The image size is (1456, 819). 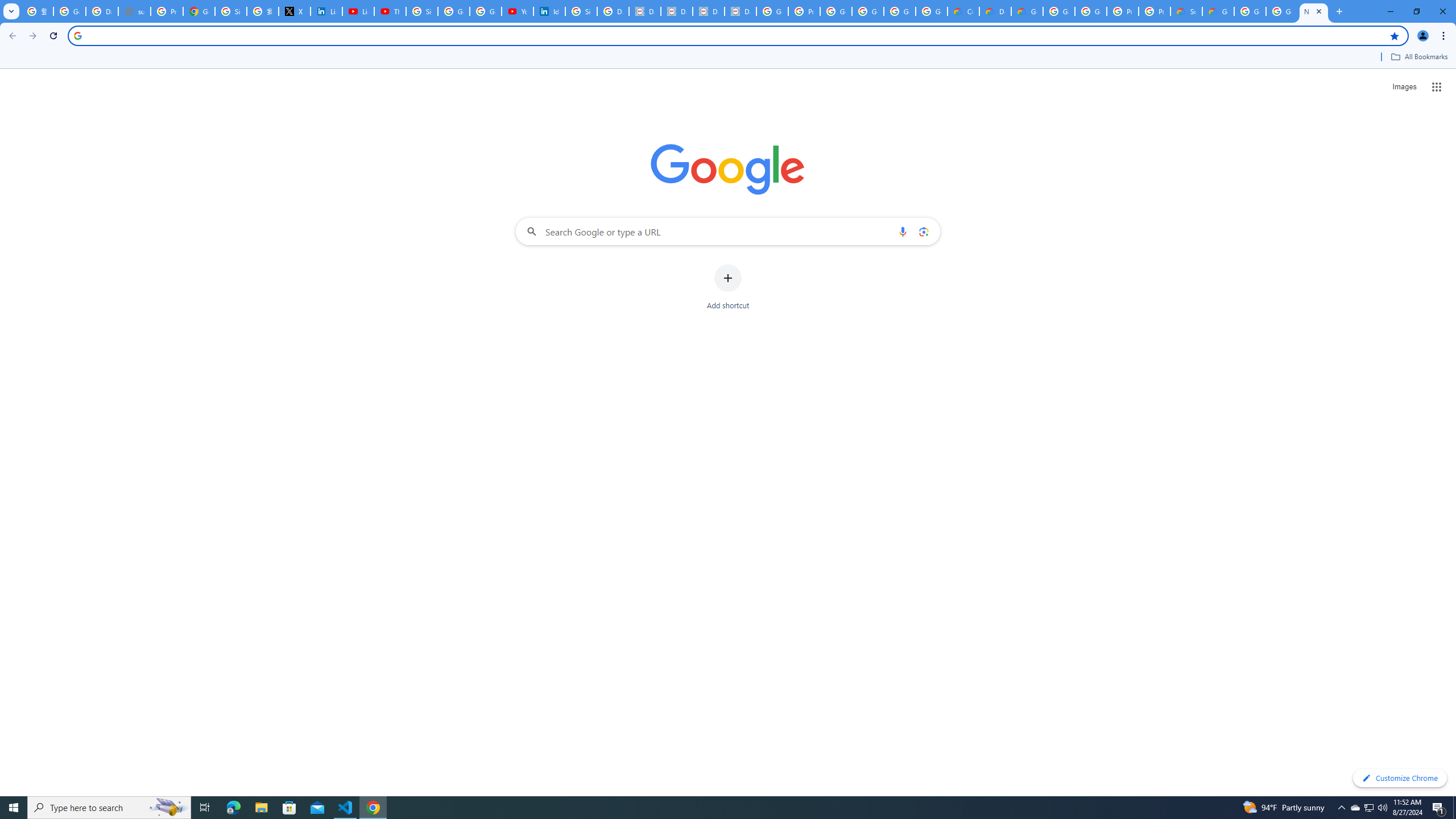 What do you see at coordinates (294, 11) in the screenshot?
I see `'X'` at bounding box center [294, 11].